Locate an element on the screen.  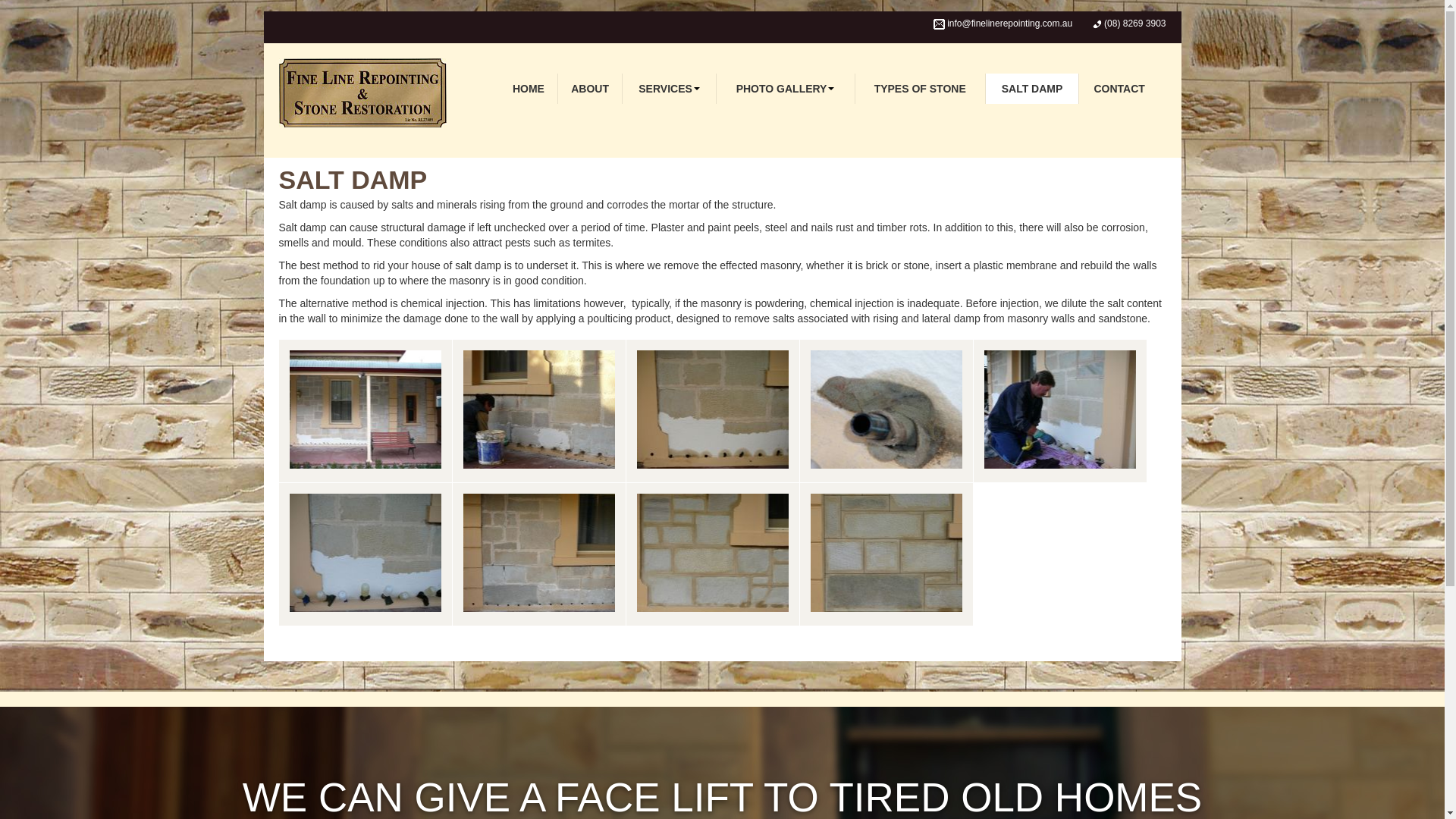
'SERVICES' is located at coordinates (668, 88).